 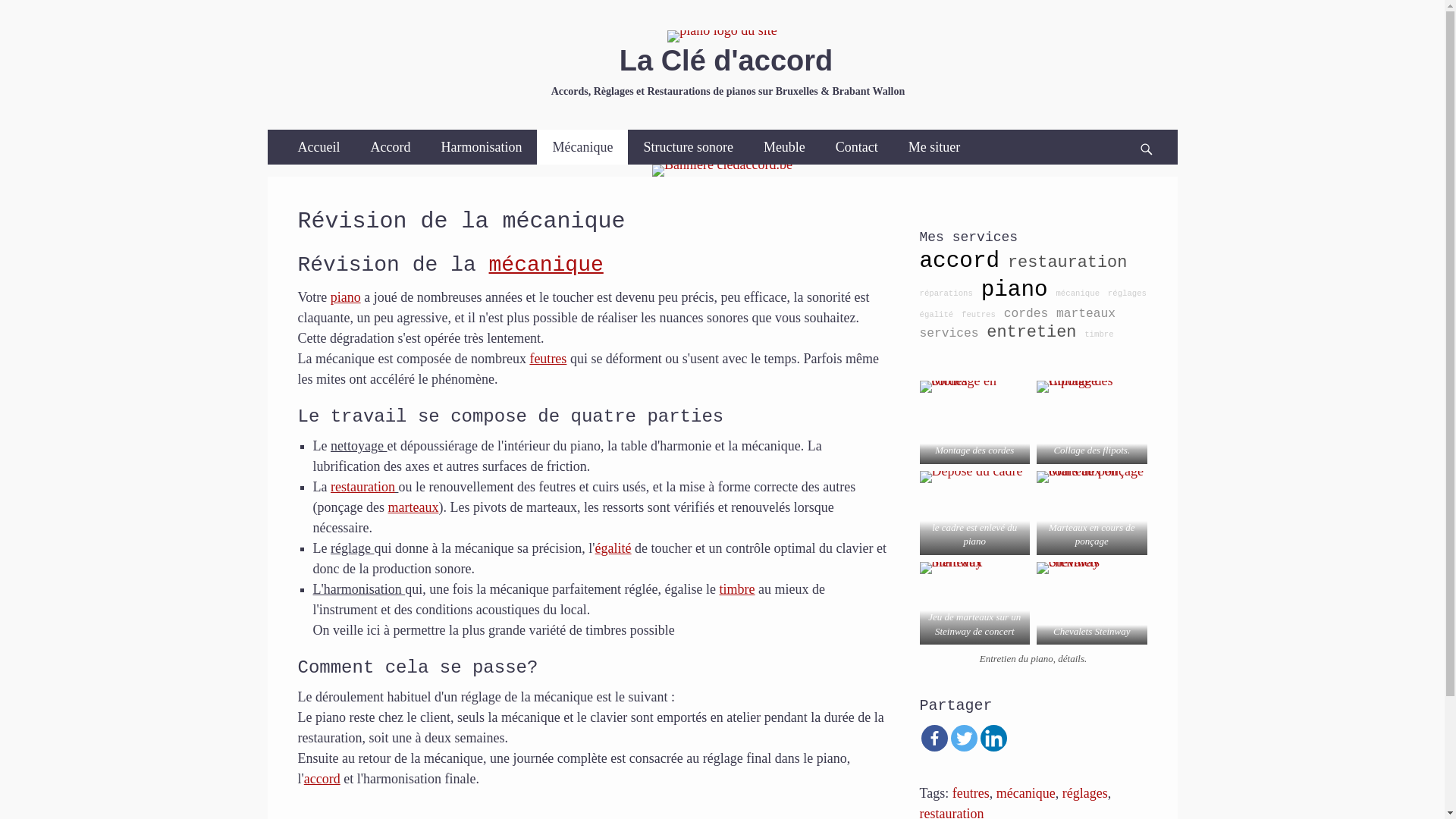 What do you see at coordinates (993, 737) in the screenshot?
I see `'Linkedin'` at bounding box center [993, 737].